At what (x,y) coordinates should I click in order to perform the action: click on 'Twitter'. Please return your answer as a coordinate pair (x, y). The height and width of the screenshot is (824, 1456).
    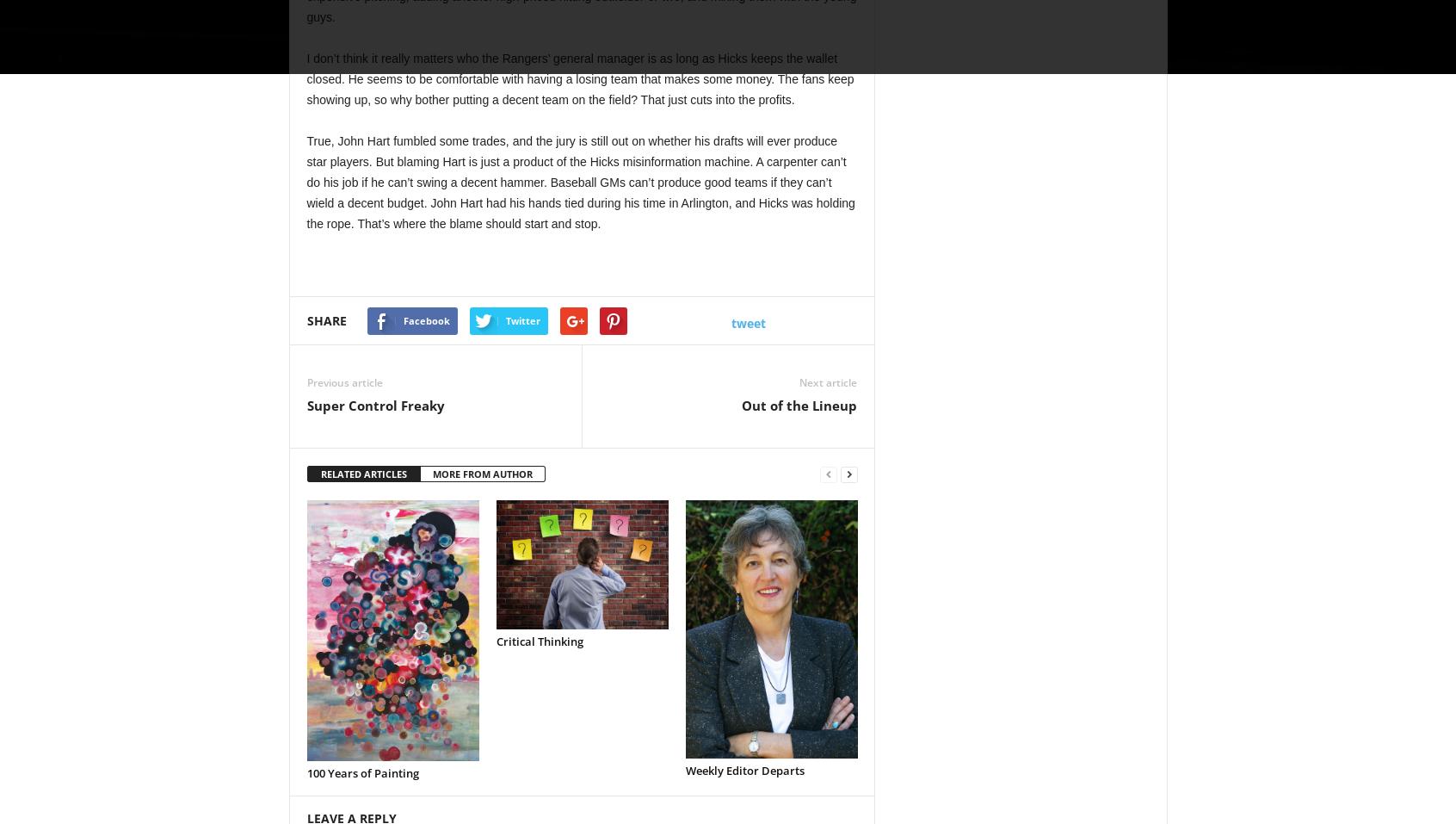
    Looking at the image, I should click on (503, 319).